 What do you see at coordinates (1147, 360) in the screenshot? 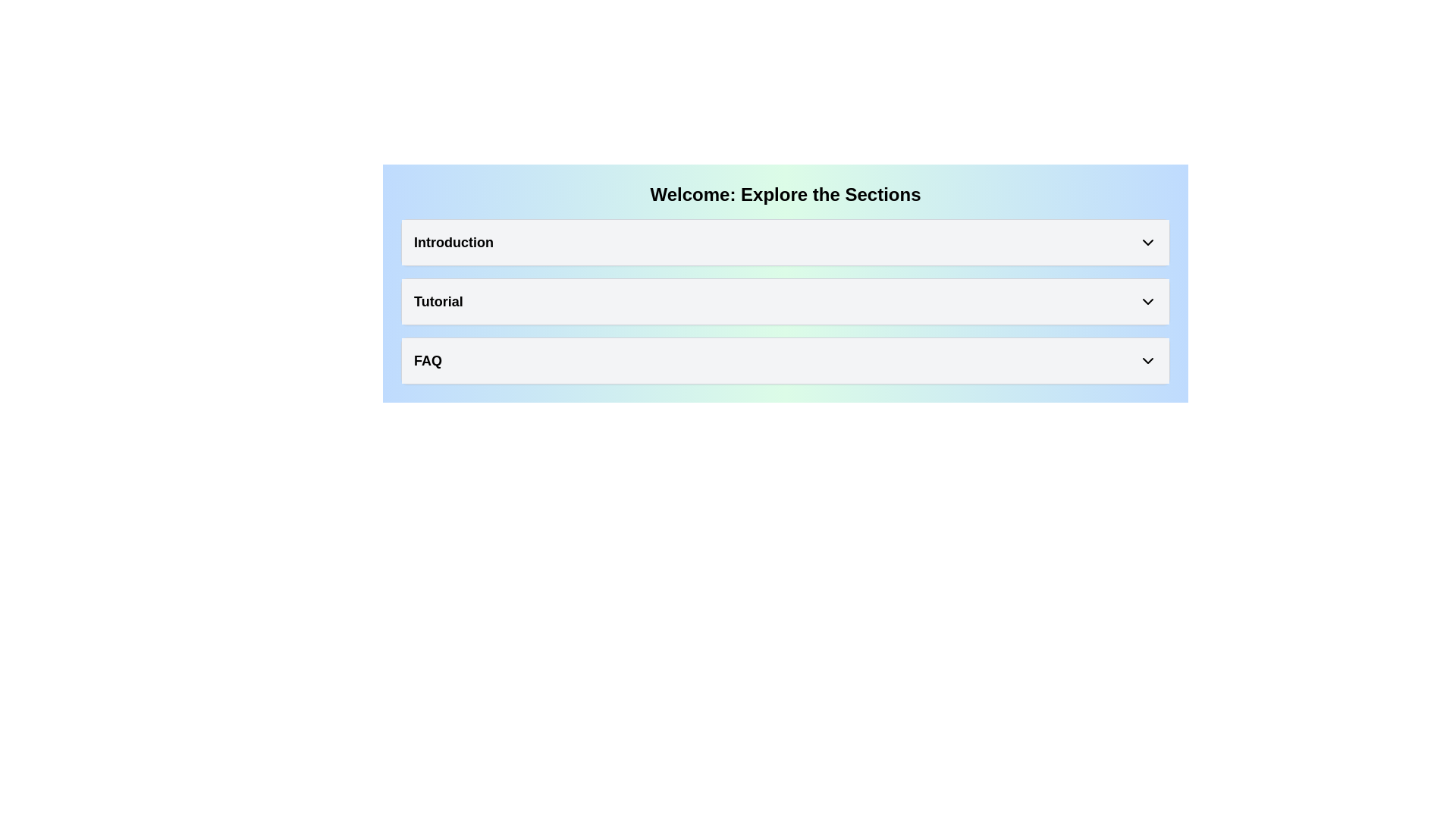
I see `the chevron-down icon that indicates an expandable or collapsible FAQ section, located near the right side of the 'FAQ' text` at bounding box center [1147, 360].